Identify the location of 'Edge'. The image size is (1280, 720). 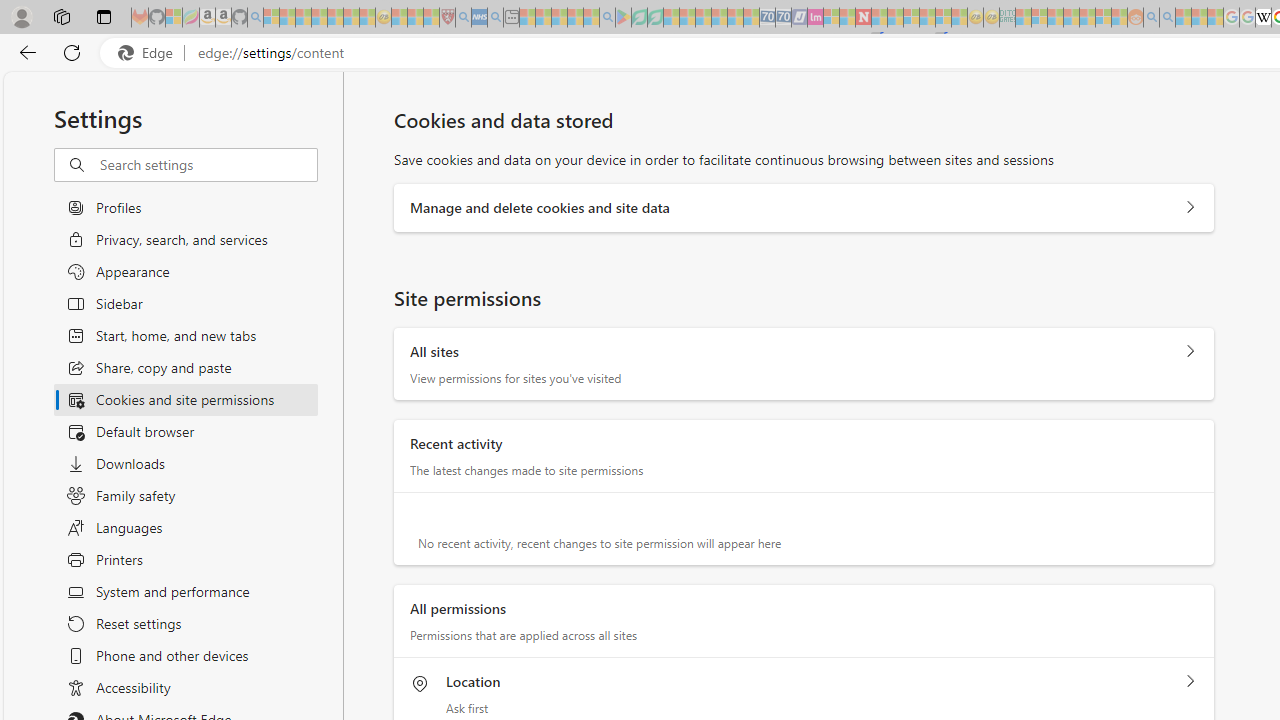
(149, 52).